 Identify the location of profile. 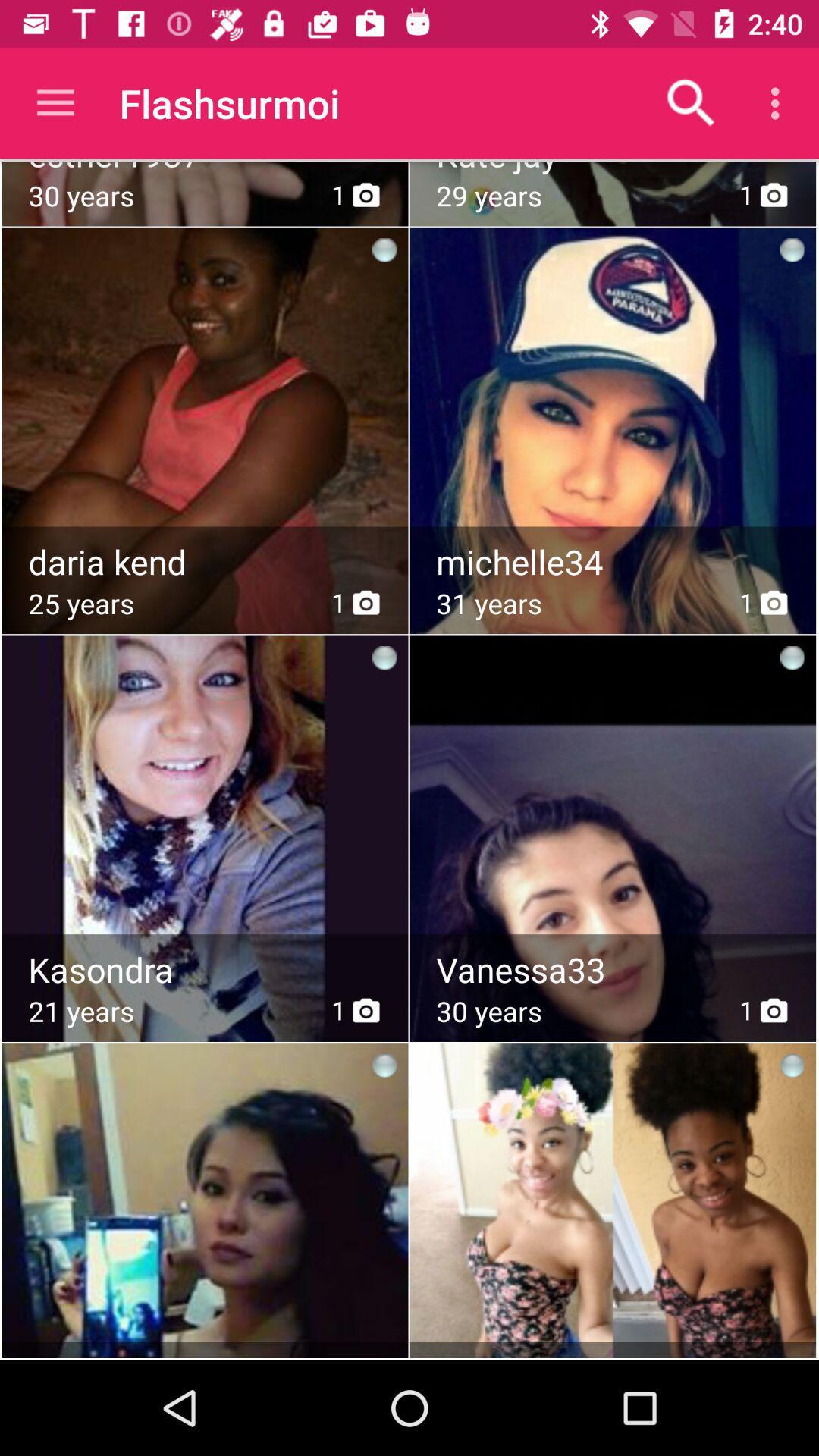
(205, 800).